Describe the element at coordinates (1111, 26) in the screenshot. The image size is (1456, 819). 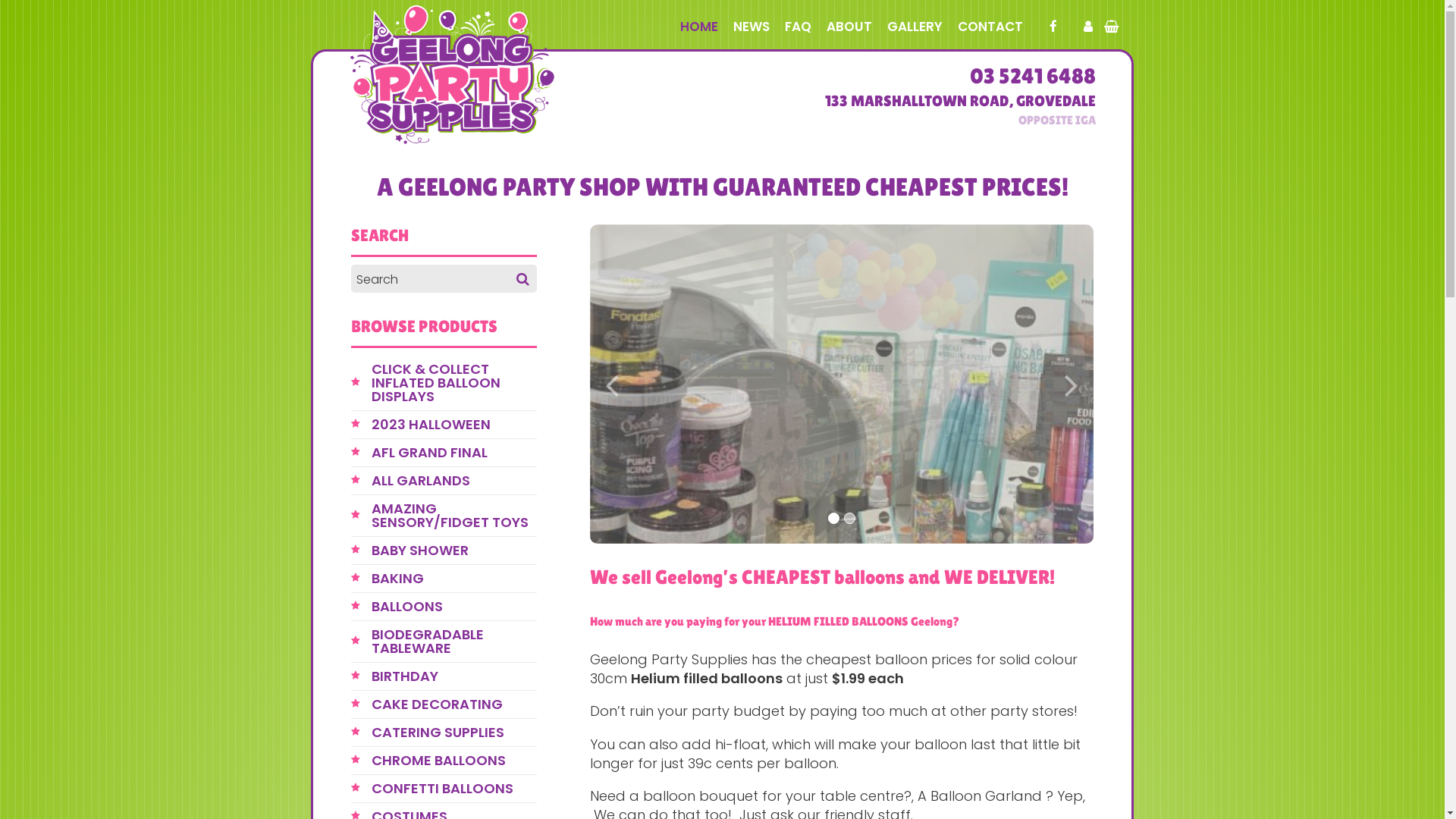
I see `'View your shopping cart'` at that location.